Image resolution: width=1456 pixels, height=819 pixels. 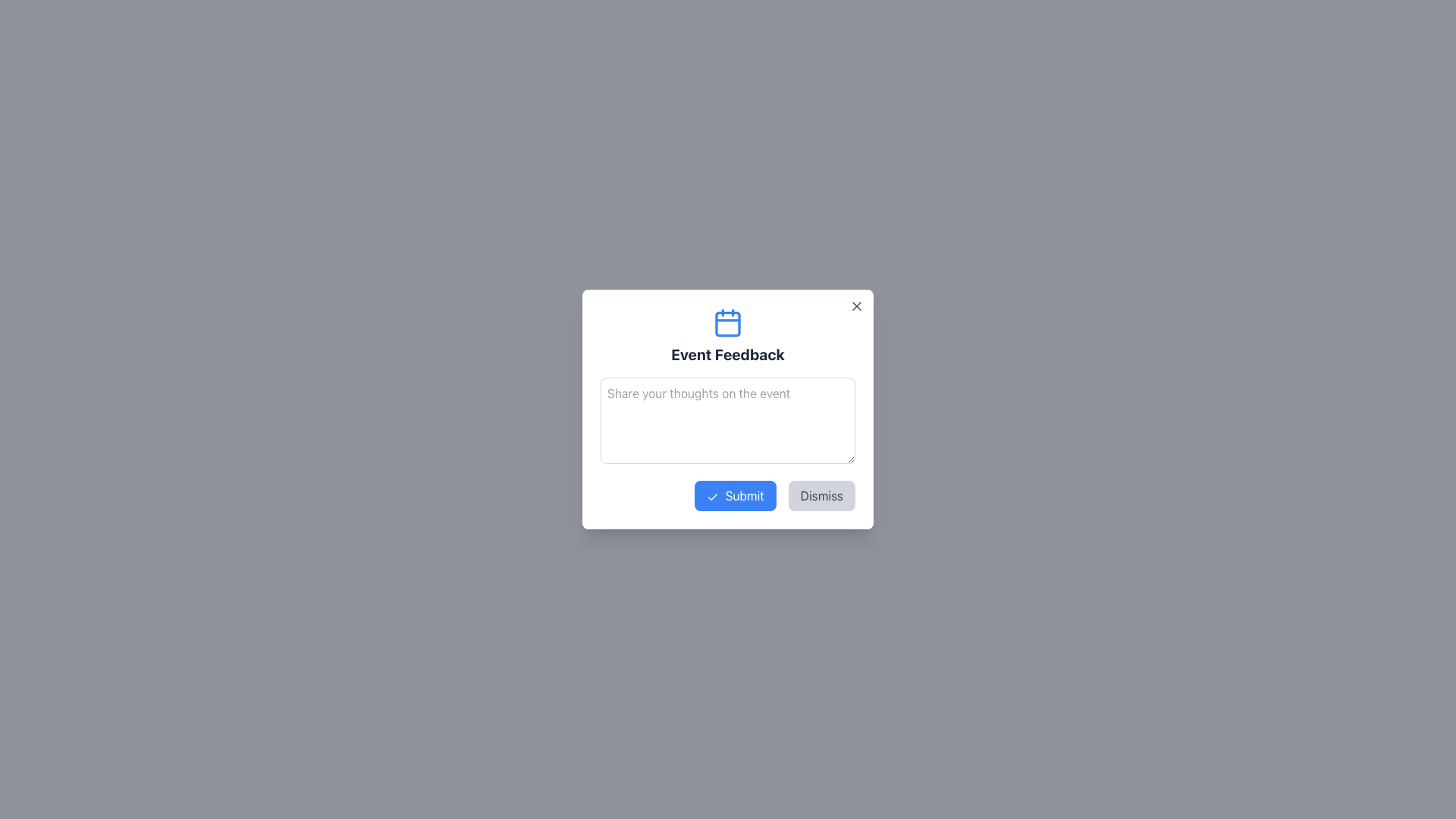 I want to click on the small, red-colored 'X' icon used for closing or dismissing pop-ups or modal dialogs, so click(x=856, y=306).